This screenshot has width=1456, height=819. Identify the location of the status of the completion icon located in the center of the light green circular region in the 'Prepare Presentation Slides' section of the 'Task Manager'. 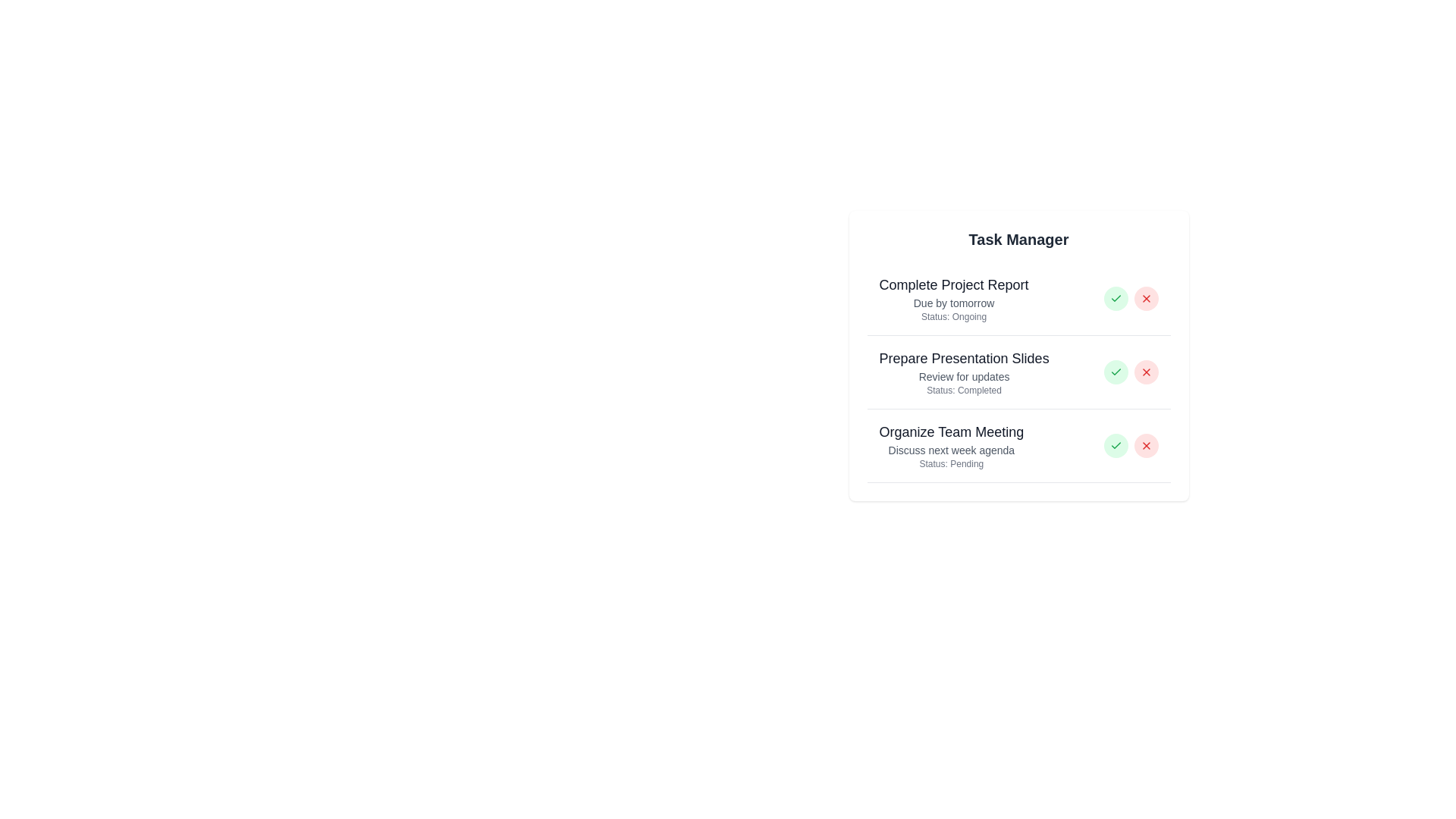
(1116, 298).